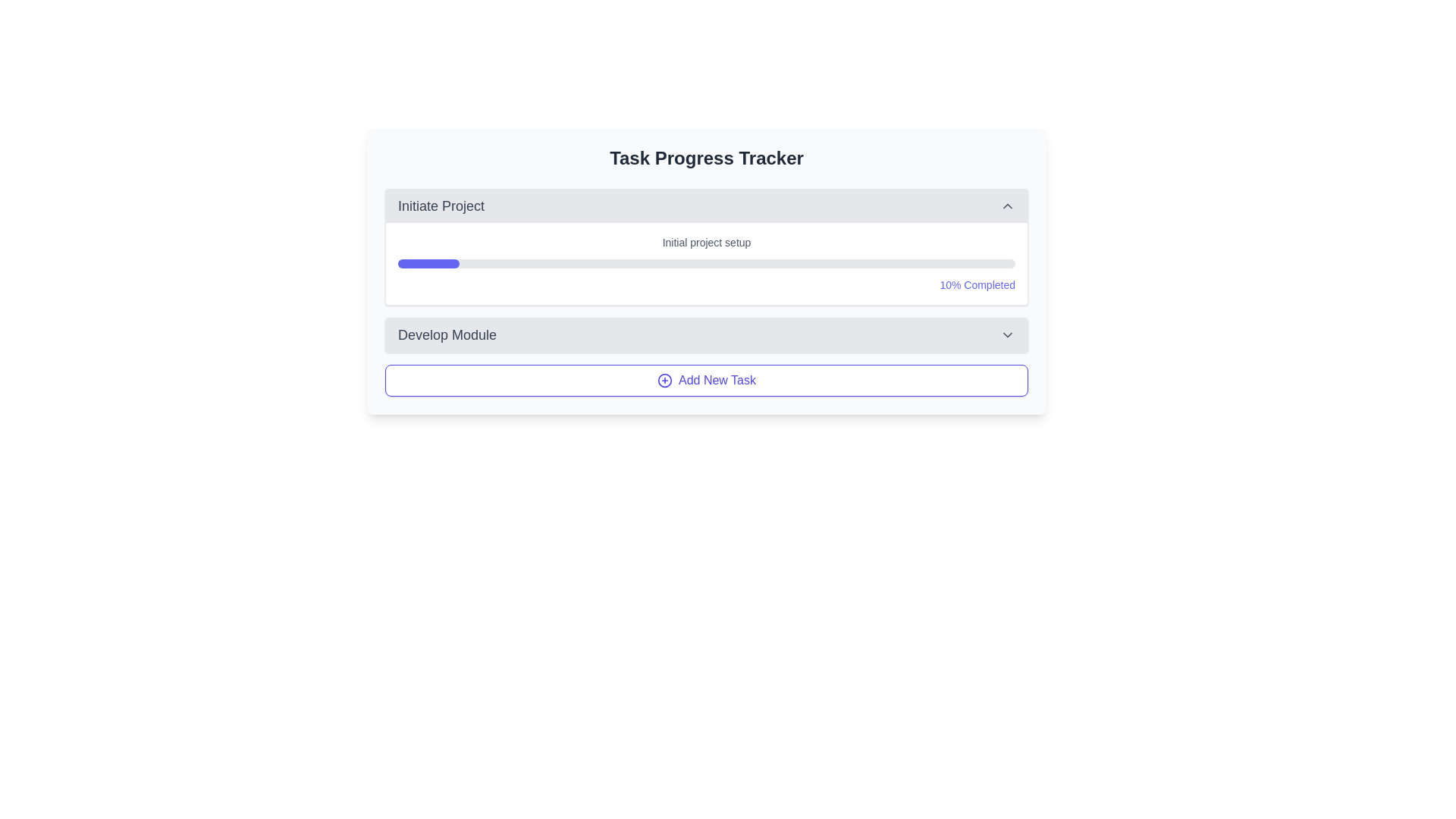 This screenshot has height=819, width=1456. I want to click on task title and status from the progress bar indicating the completion of 'Initial project setup', so click(705, 262).